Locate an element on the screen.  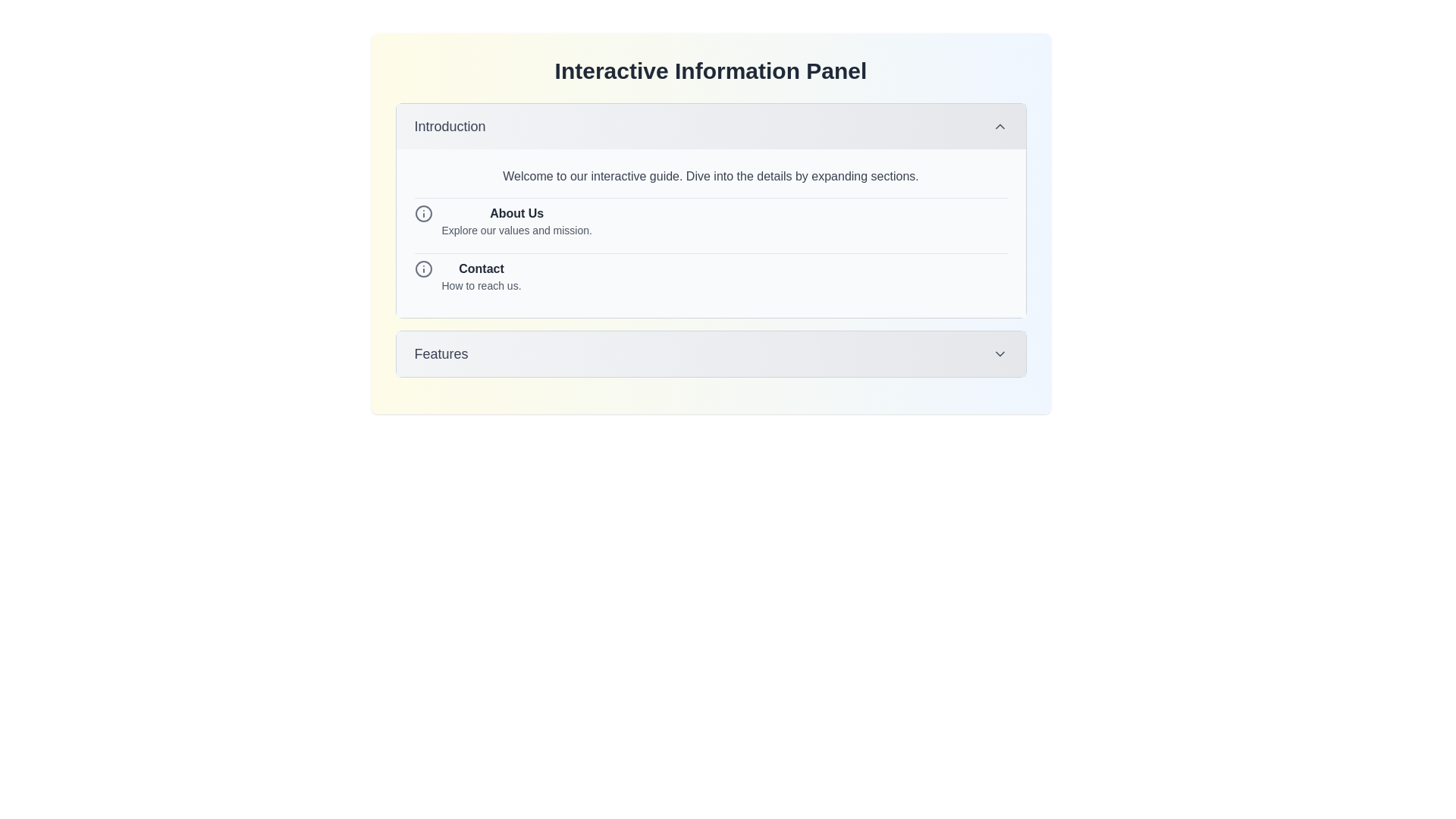
the gray outlined circular icon with a dot and vertical line inside, located next to the 'Contact' text in the 'Contact - How to reach us' section is located at coordinates (423, 268).